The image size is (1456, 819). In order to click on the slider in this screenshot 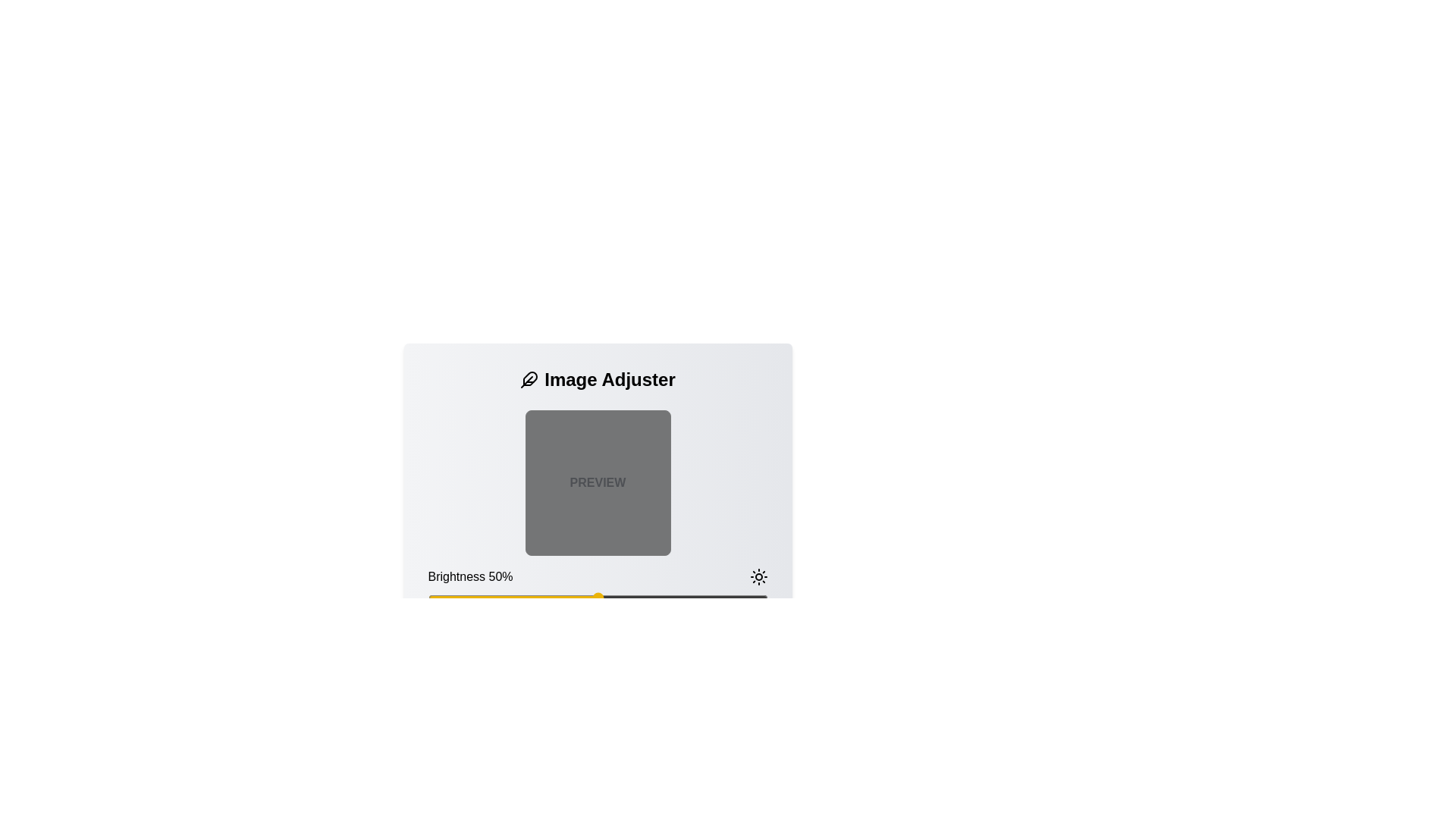, I will do `click(723, 598)`.